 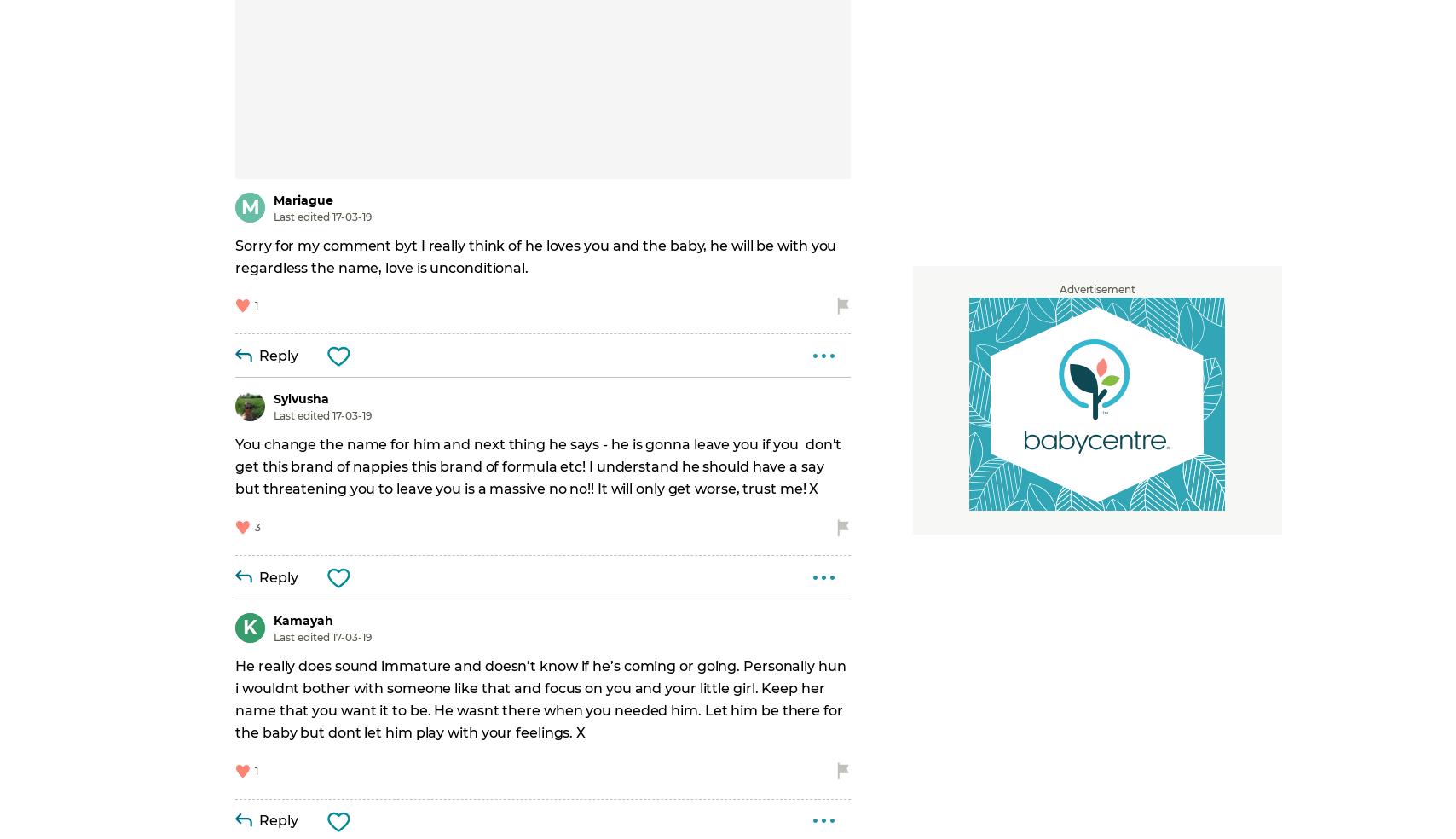 What do you see at coordinates (235, 466) in the screenshot?
I see `'You change the name for him and next thing he says - he is gonna leave you if you  don't get this brand of nappies this brand of formula etc! I understand he should have a say but threatening you to leave you is a massive no no!! It will only get worse, trust me! X'` at bounding box center [235, 466].